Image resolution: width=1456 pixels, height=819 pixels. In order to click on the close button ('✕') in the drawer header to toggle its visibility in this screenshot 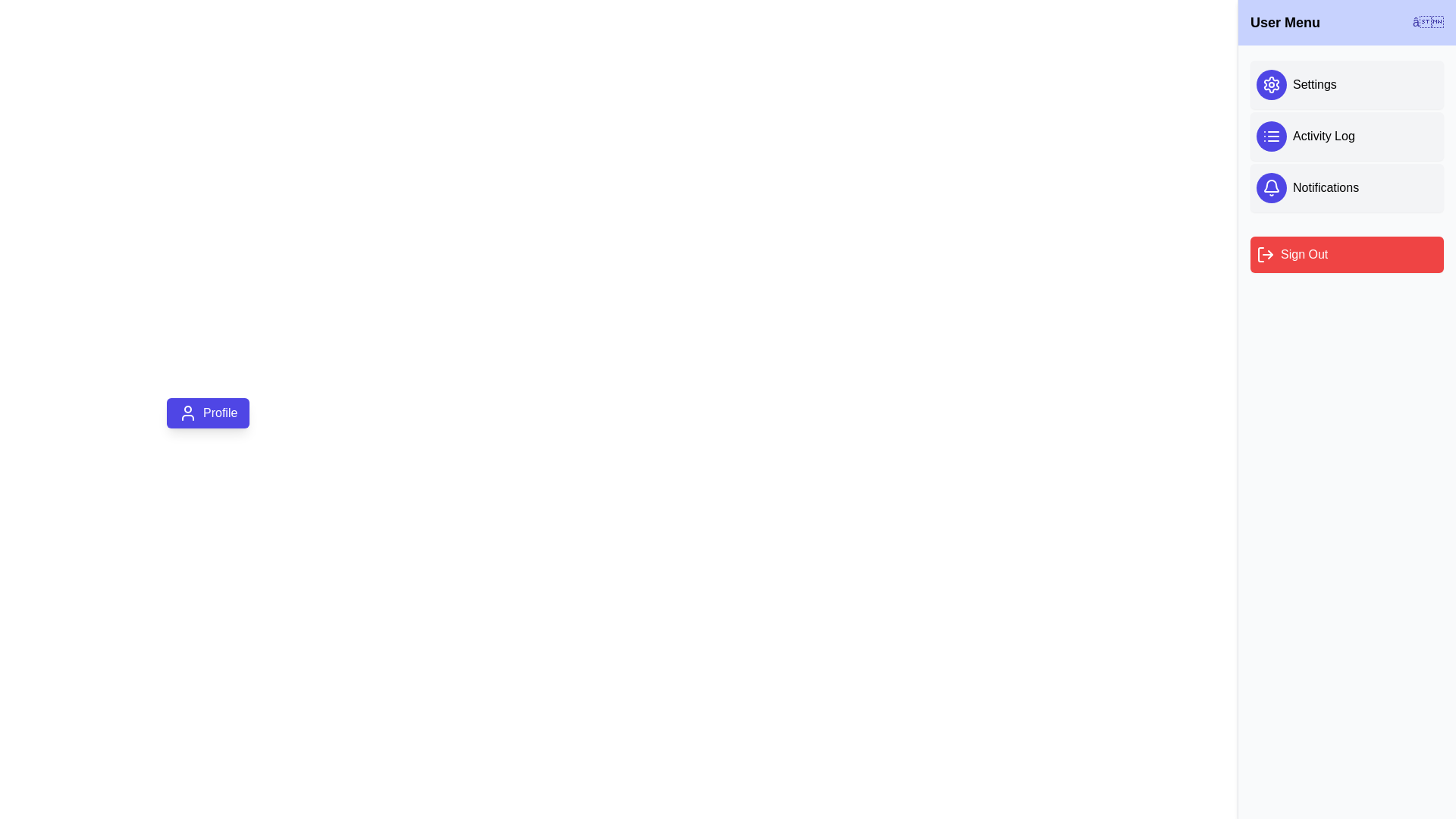, I will do `click(1426, 23)`.